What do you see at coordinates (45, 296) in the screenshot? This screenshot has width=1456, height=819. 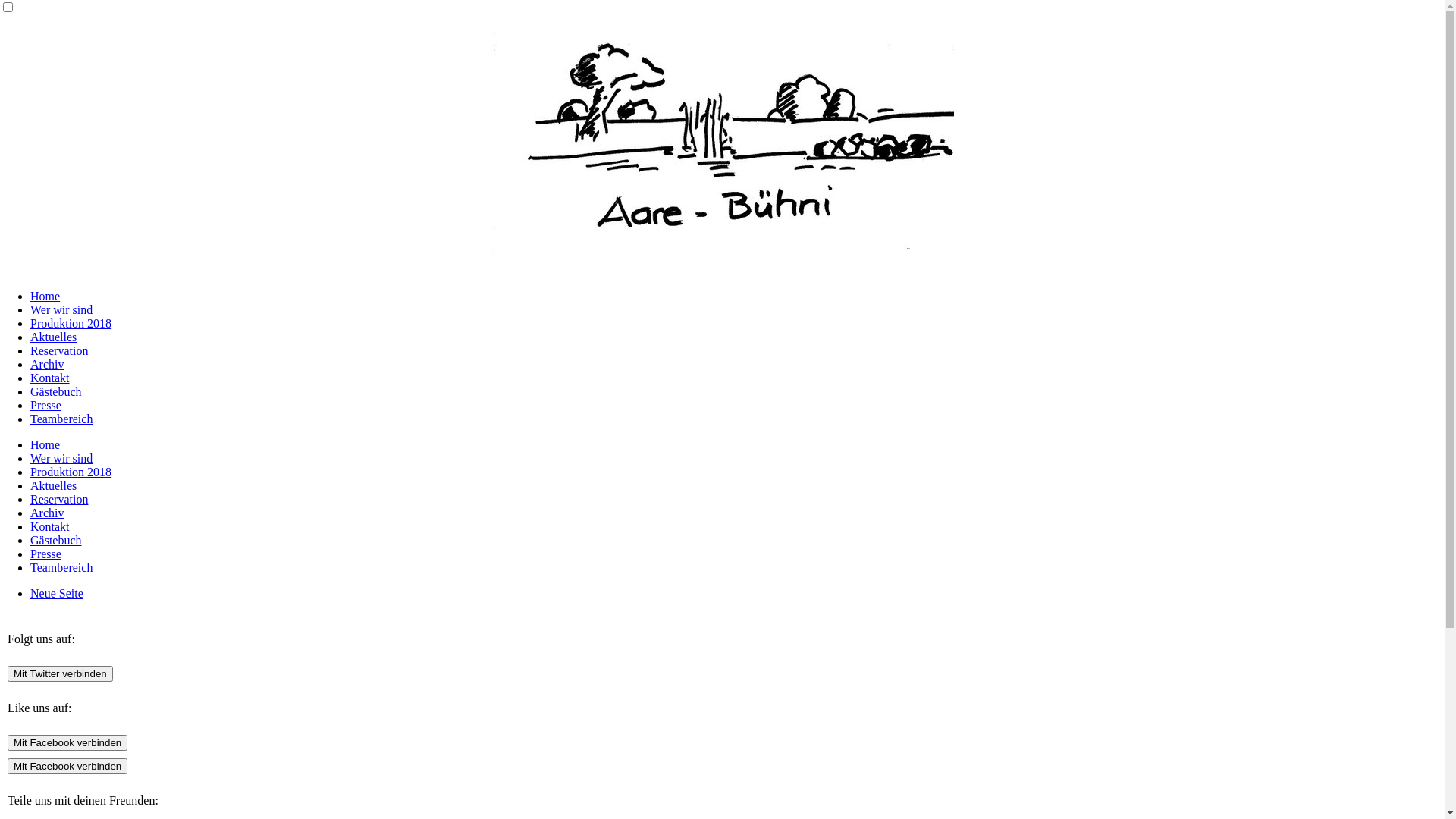 I see `'Home'` at bounding box center [45, 296].